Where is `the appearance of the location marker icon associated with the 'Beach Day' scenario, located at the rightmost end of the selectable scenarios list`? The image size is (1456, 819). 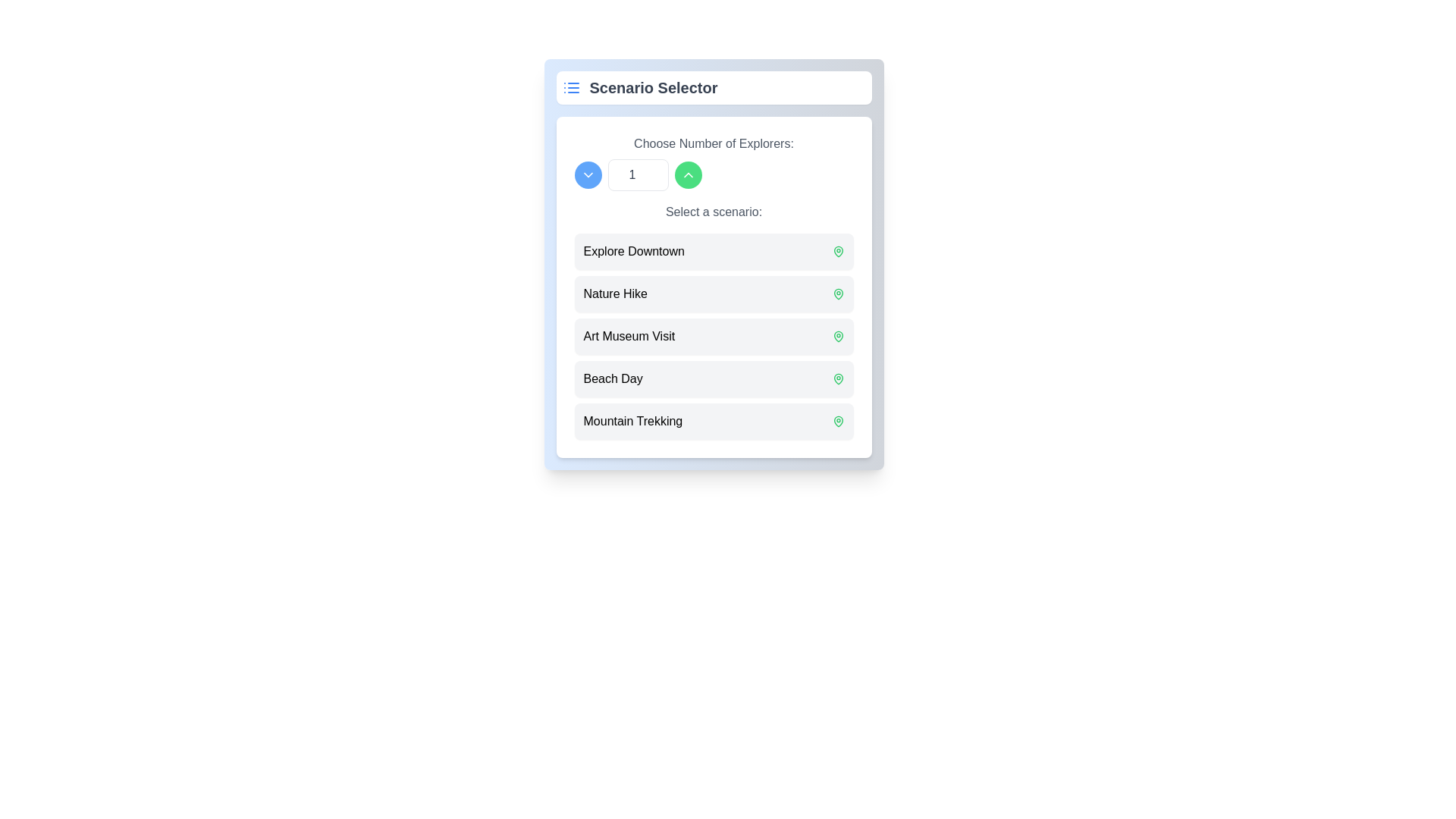
the appearance of the location marker icon associated with the 'Beach Day' scenario, located at the rightmost end of the selectable scenarios list is located at coordinates (837, 378).